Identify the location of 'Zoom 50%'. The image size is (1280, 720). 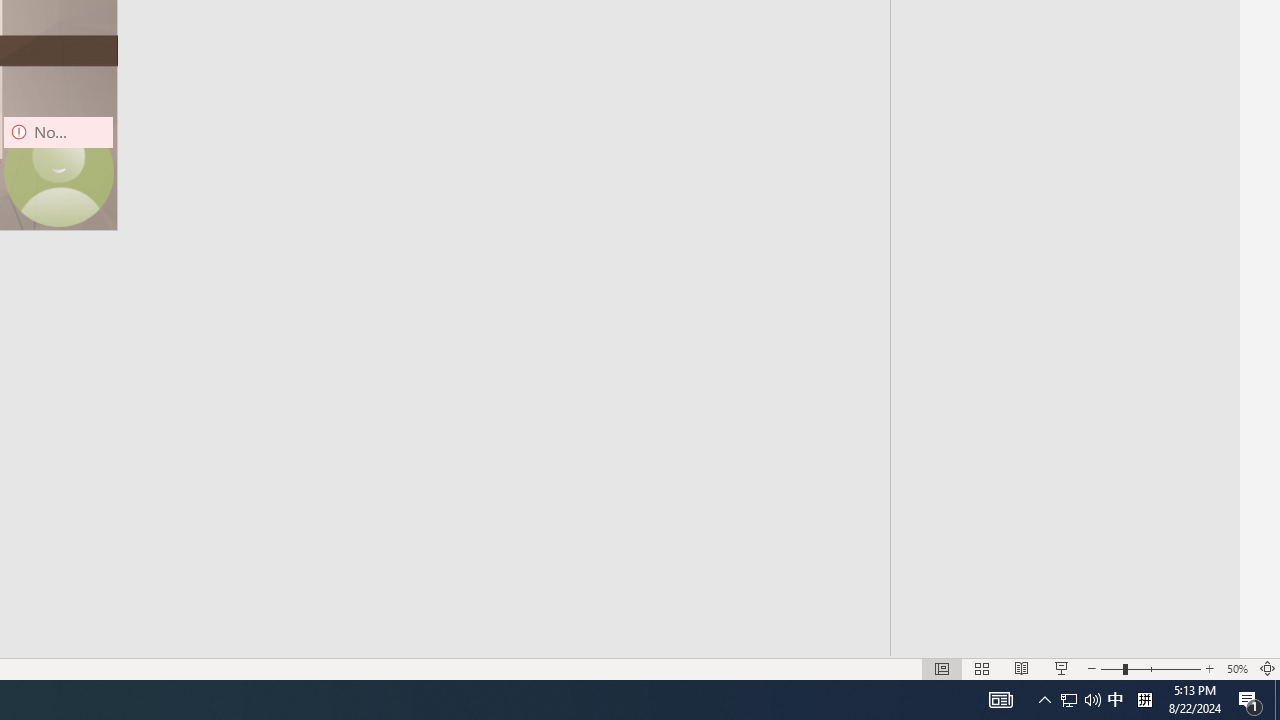
(1236, 669).